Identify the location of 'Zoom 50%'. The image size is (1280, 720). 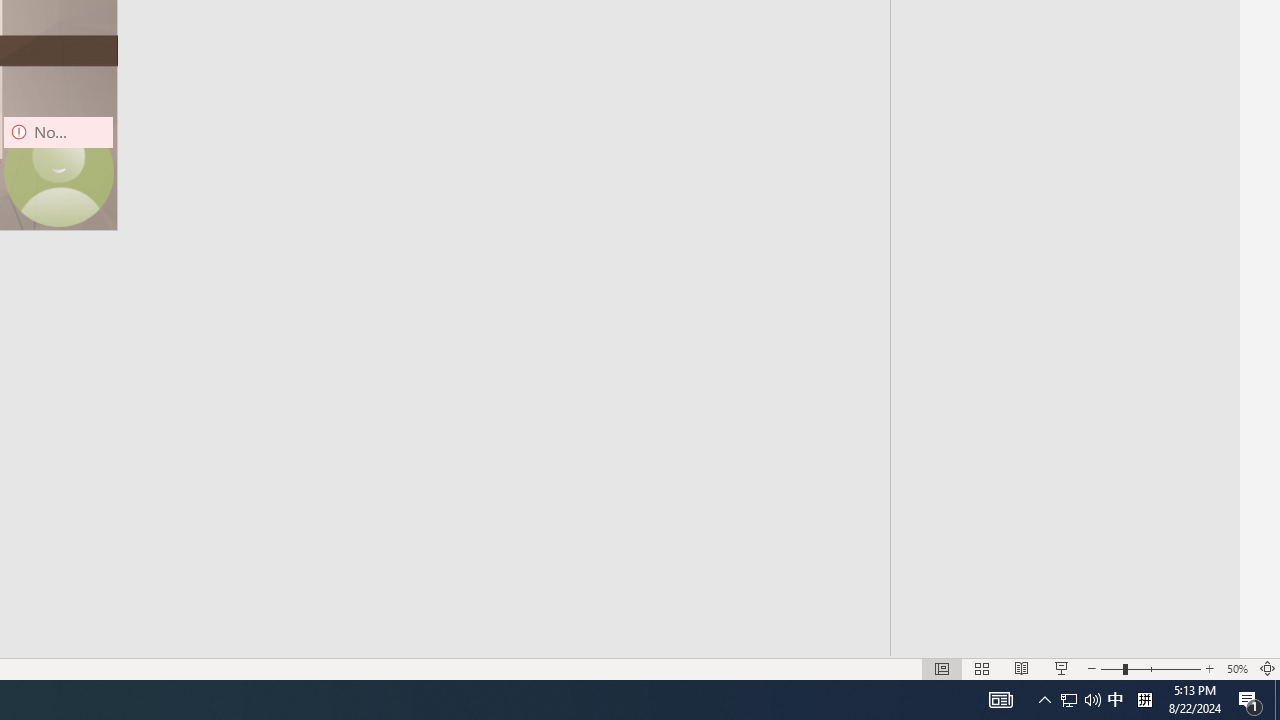
(1236, 669).